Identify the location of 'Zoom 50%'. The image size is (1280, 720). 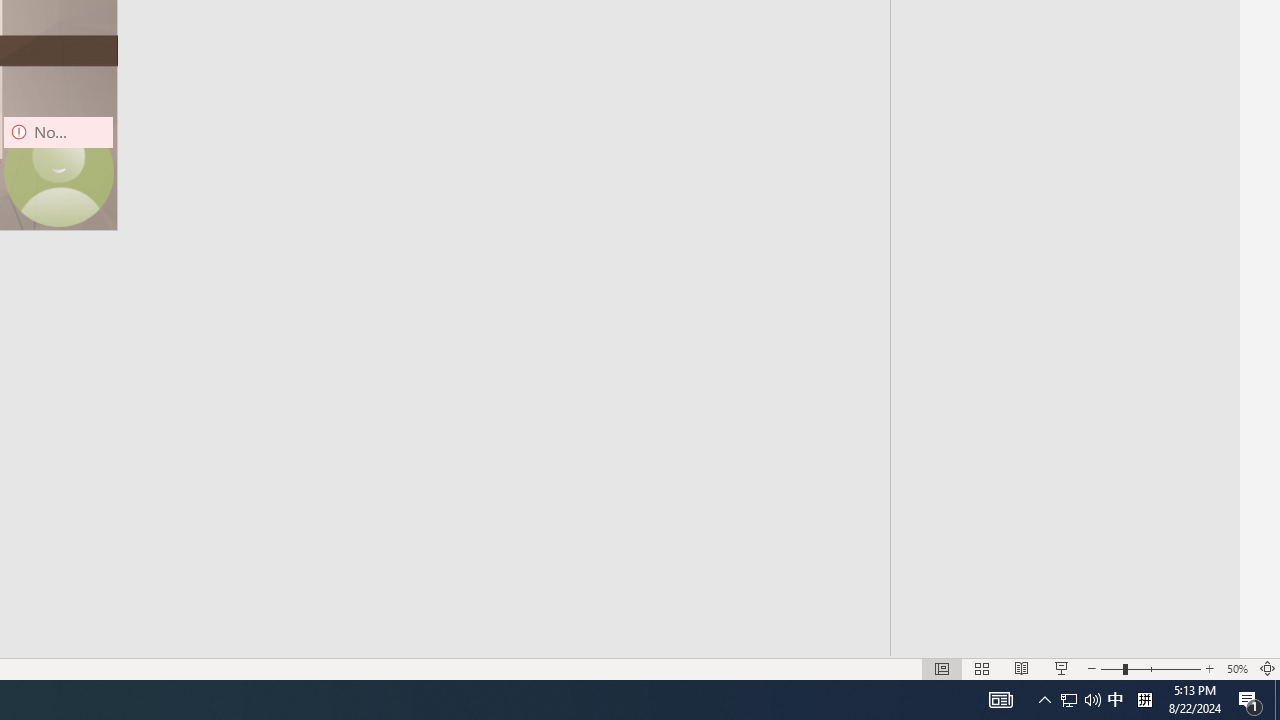
(1236, 669).